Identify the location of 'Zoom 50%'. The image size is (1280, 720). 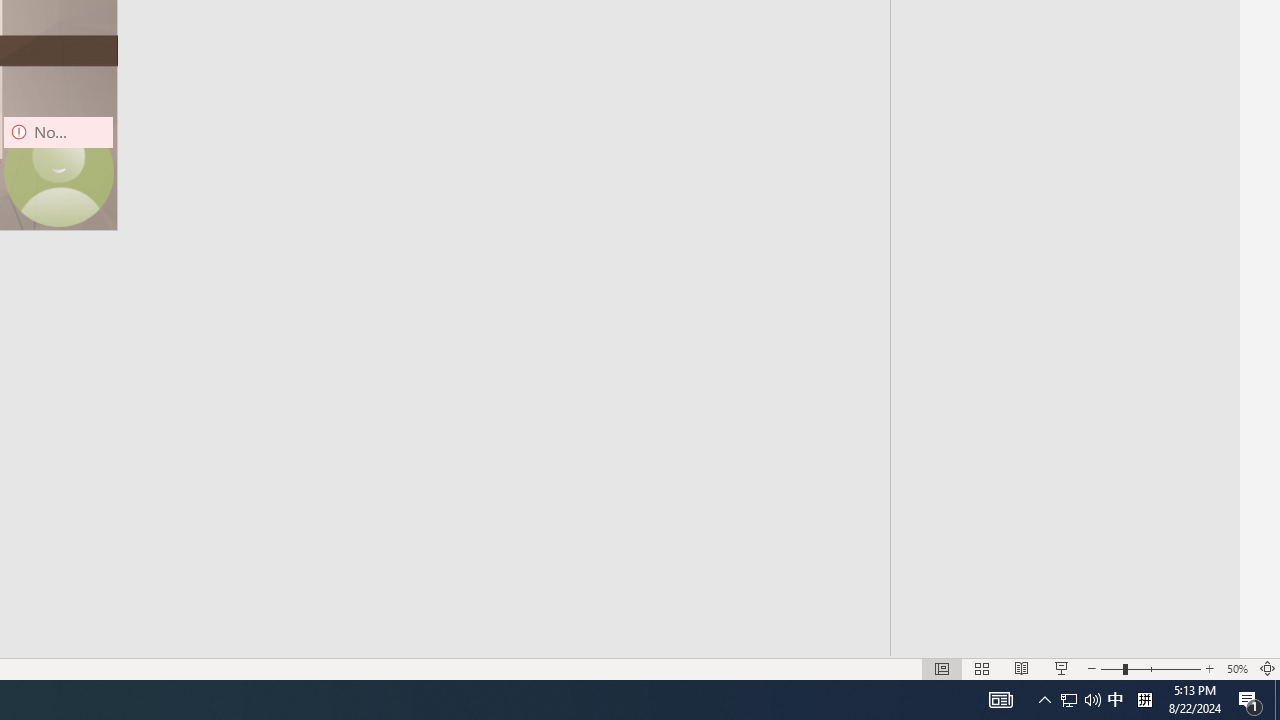
(1236, 669).